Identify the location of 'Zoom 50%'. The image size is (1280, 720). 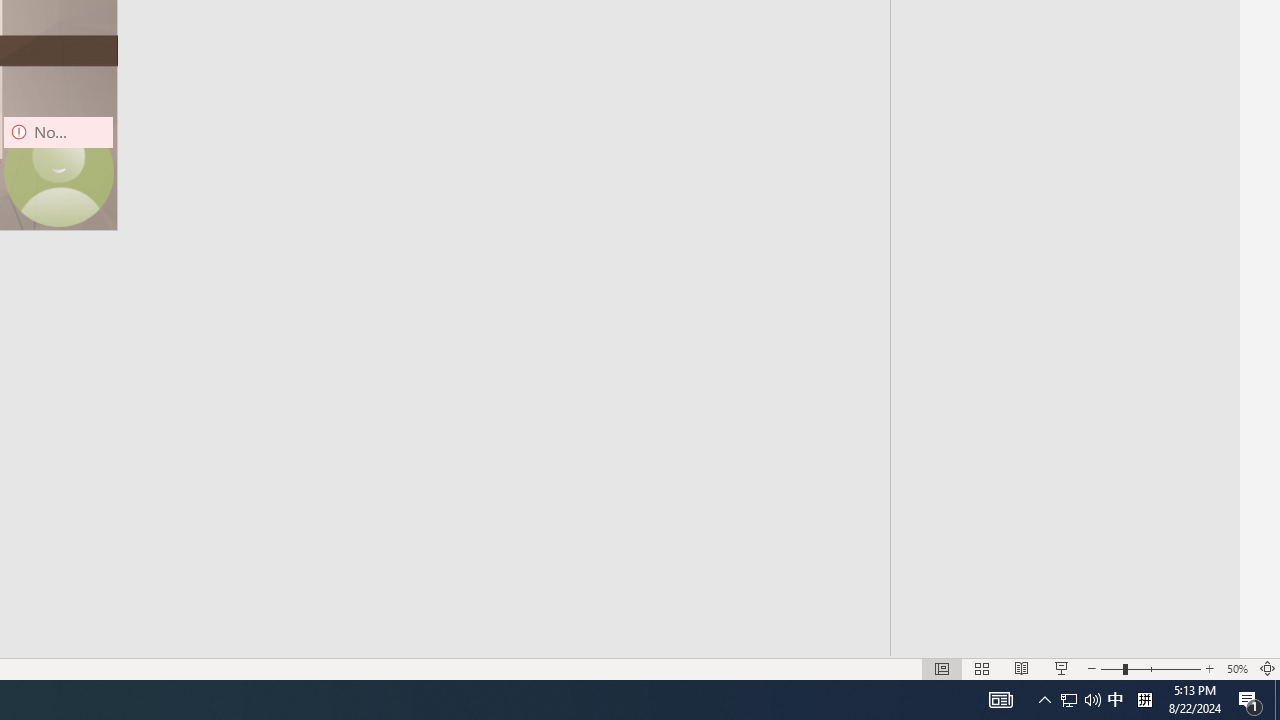
(1236, 669).